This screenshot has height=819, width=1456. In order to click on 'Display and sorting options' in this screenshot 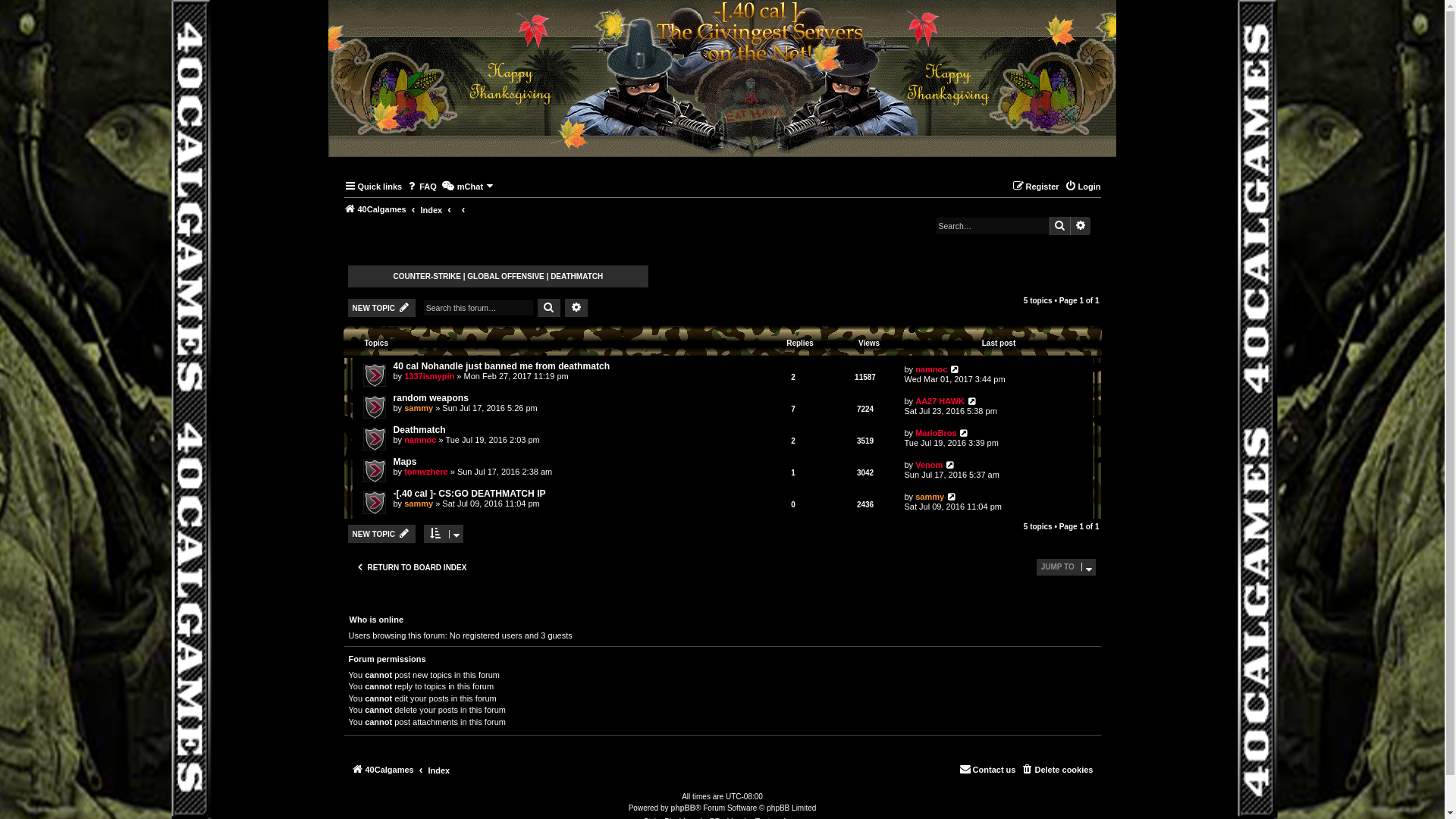, I will do `click(443, 533)`.